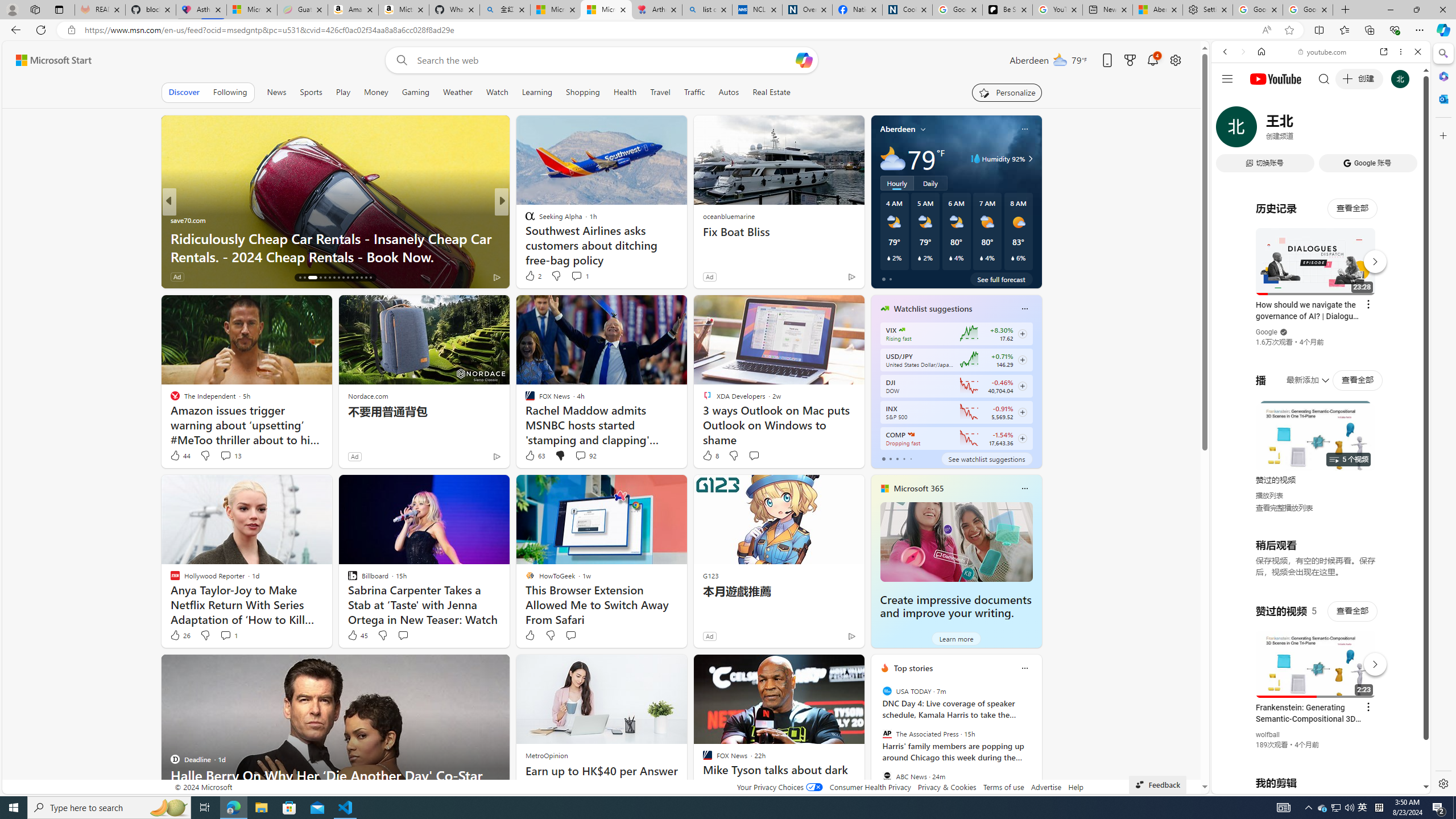 This screenshot has height=819, width=1456. Describe the element at coordinates (883, 459) in the screenshot. I see `'tab-0'` at that location.